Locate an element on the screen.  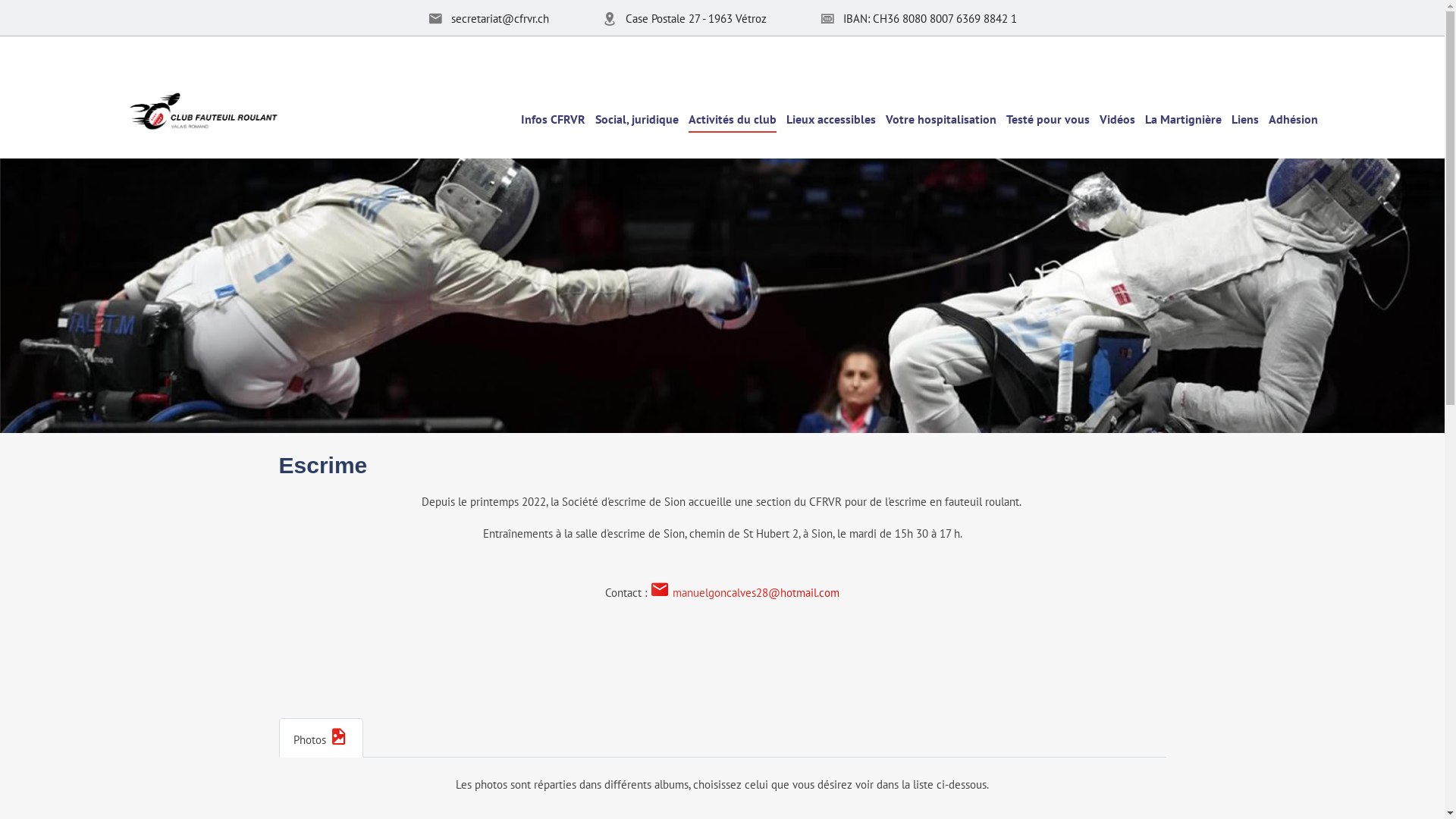
'Social, juridique' is located at coordinates (636, 117).